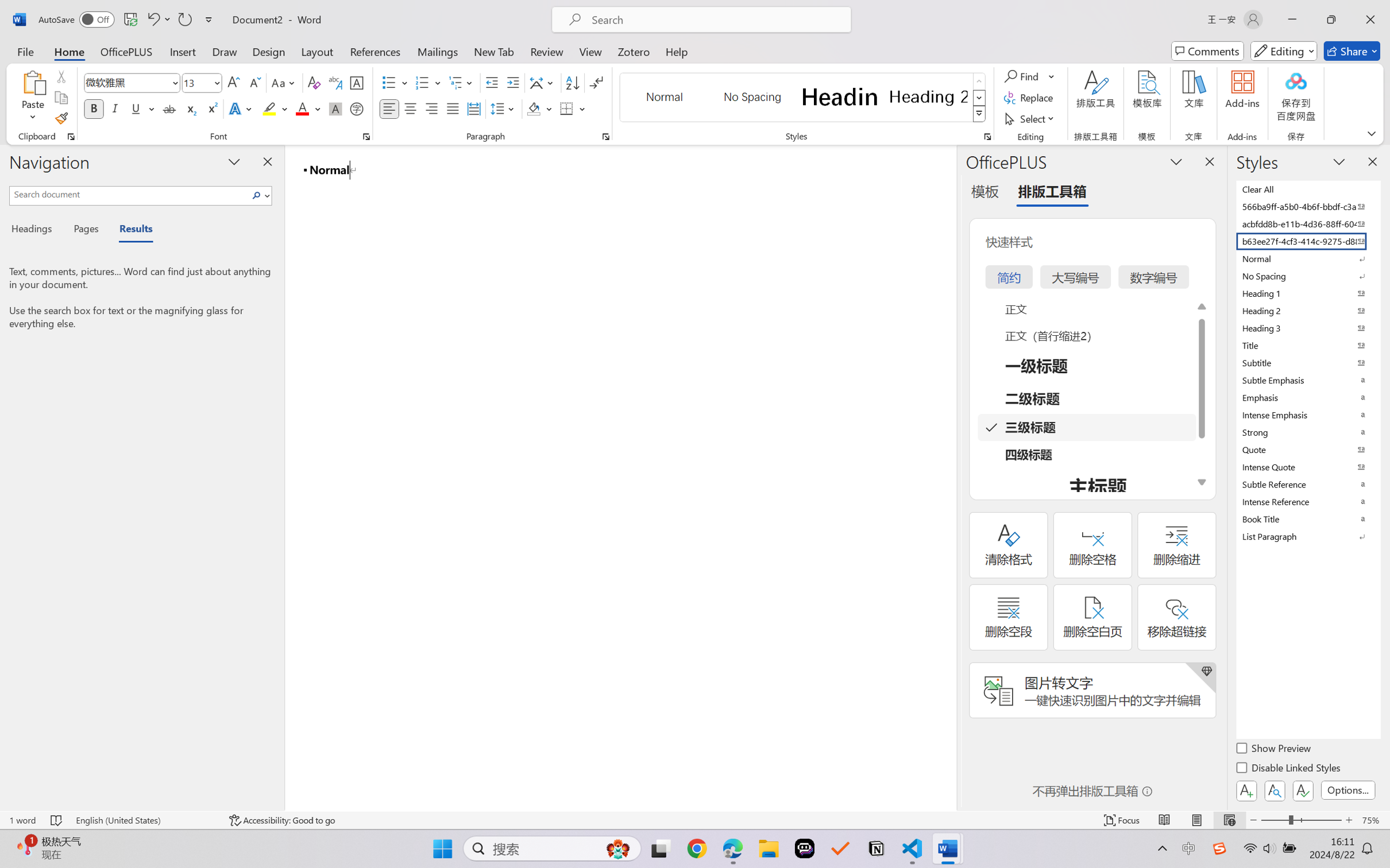 Image resolution: width=1390 pixels, height=868 pixels. What do you see at coordinates (208, 19) in the screenshot?
I see `'Customize Quick Access Toolbar'` at bounding box center [208, 19].